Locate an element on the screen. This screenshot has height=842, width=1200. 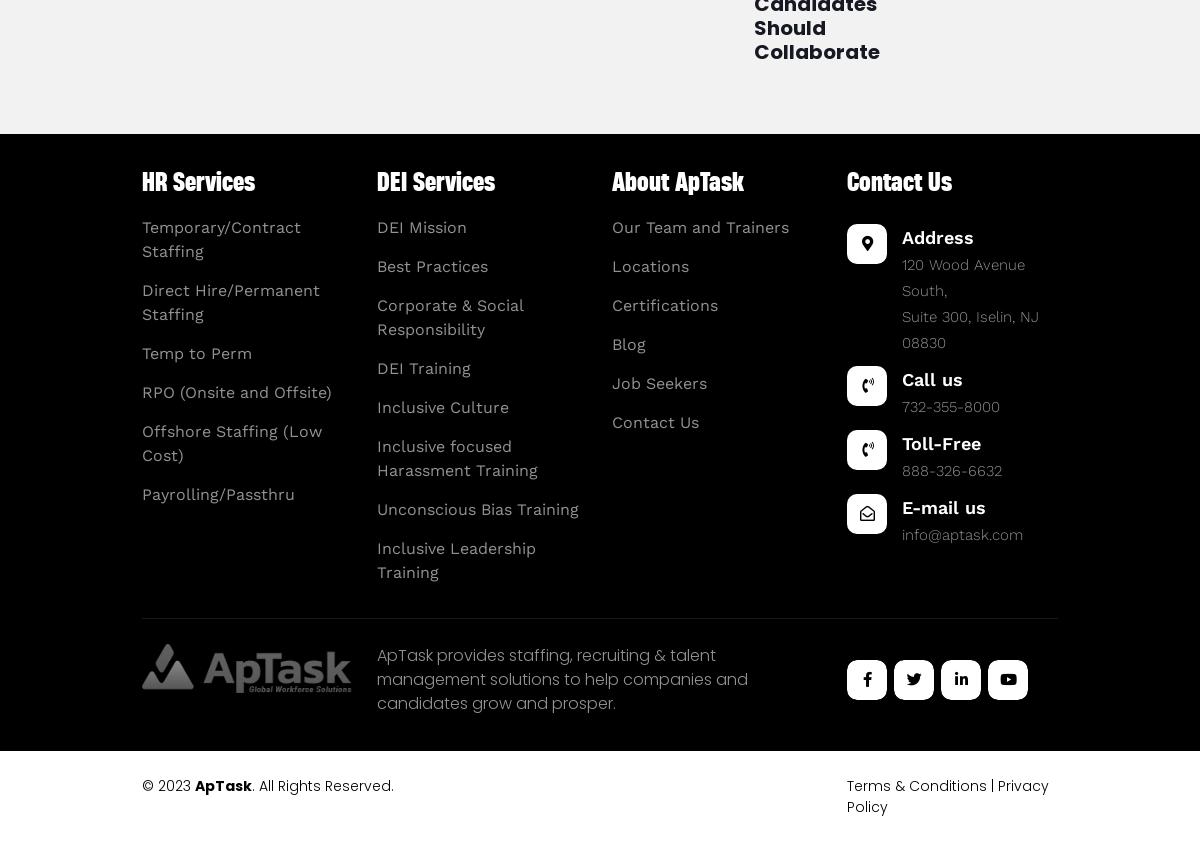
'info@aptask.com' is located at coordinates (962, 532).